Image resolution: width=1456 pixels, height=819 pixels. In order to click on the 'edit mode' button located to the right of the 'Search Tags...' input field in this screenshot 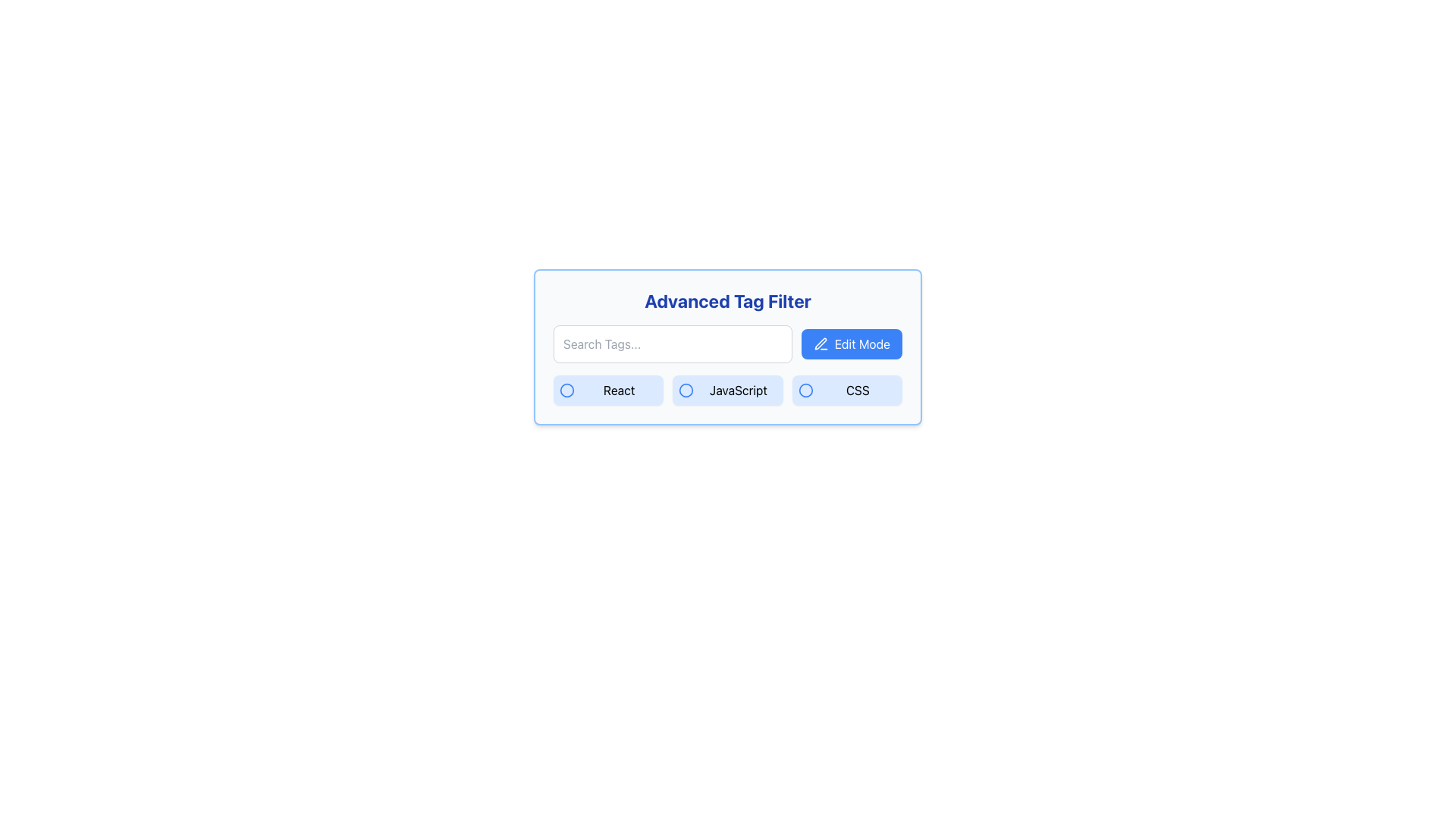, I will do `click(852, 344)`.